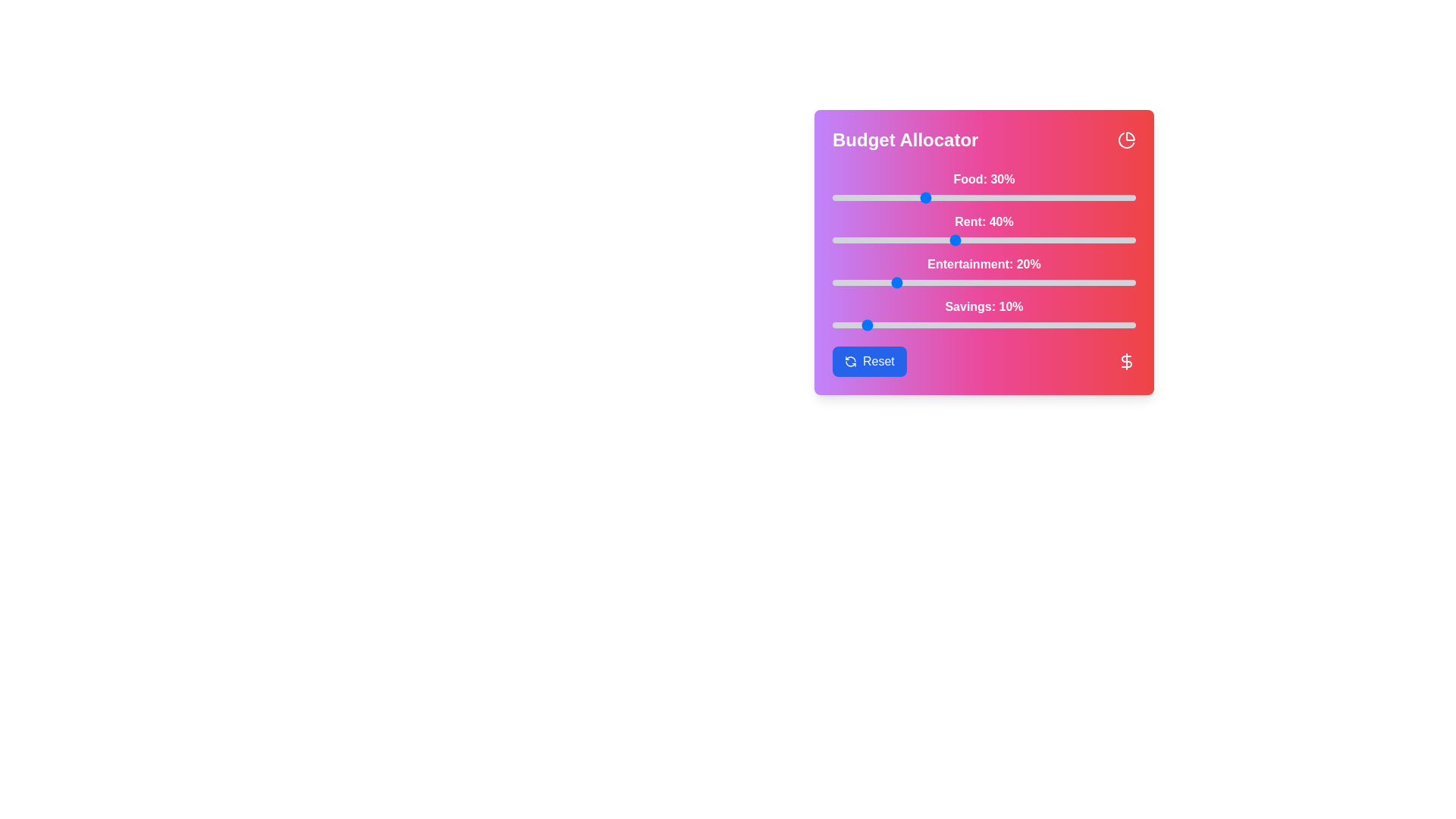 The image size is (1456, 819). Describe the element at coordinates (851, 362) in the screenshot. I see `the circular reset icon with two arrows inside the blue button labeled 'Reset' in the lower-left corner of the 'Budget Allocator' interface panel` at that location.